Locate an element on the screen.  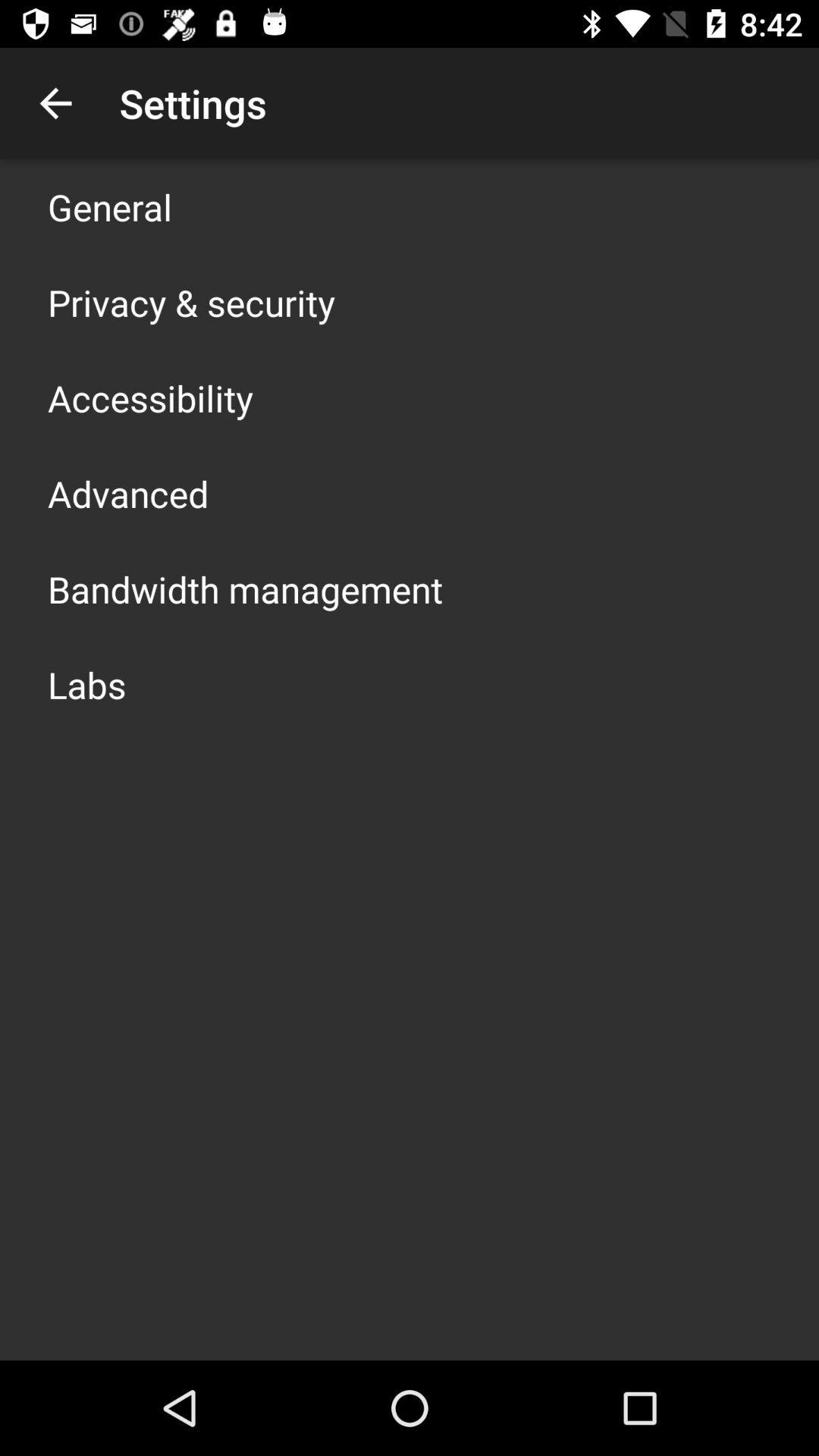
item above general item is located at coordinates (55, 102).